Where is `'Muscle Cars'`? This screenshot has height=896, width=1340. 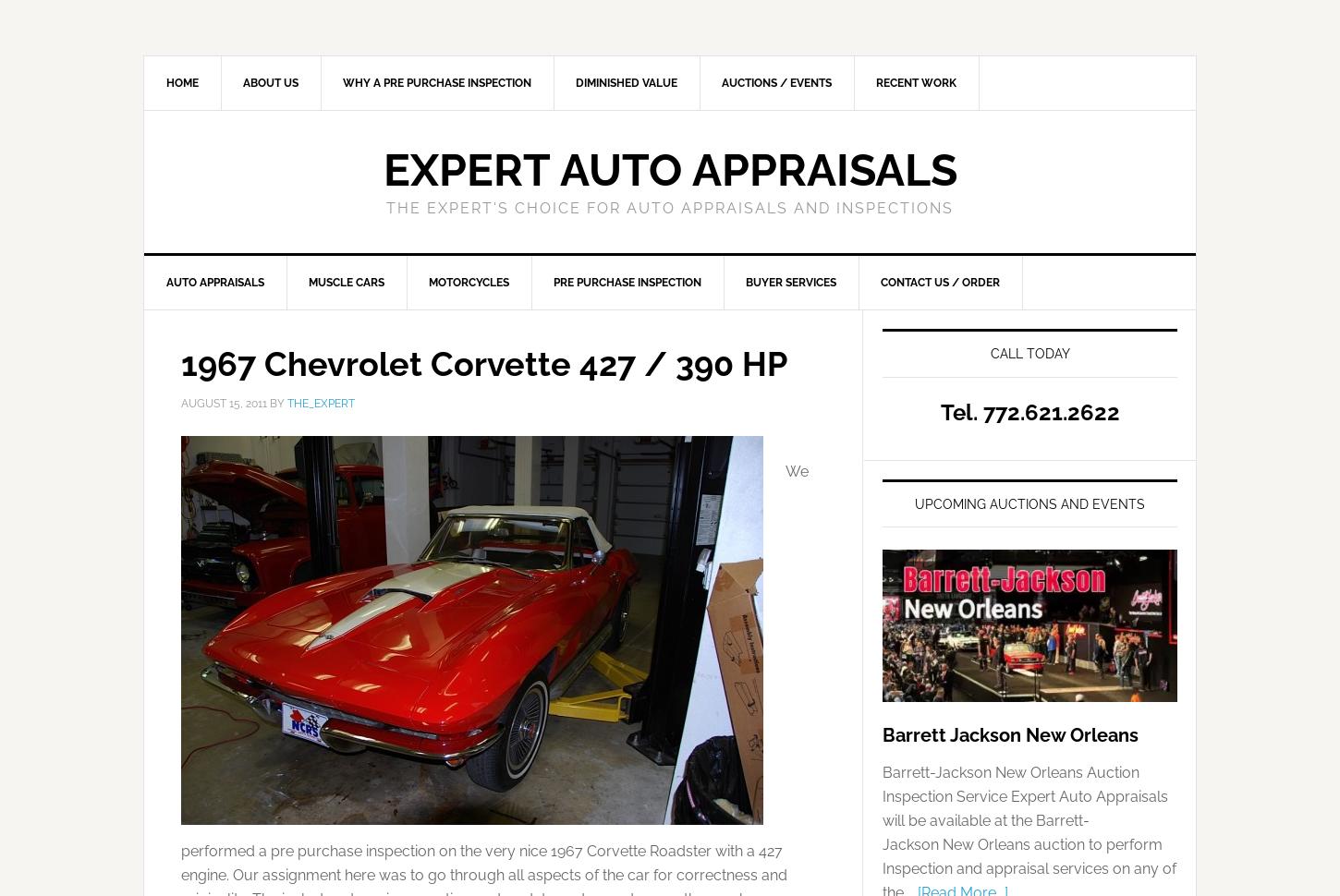 'Muscle Cars' is located at coordinates (345, 283).